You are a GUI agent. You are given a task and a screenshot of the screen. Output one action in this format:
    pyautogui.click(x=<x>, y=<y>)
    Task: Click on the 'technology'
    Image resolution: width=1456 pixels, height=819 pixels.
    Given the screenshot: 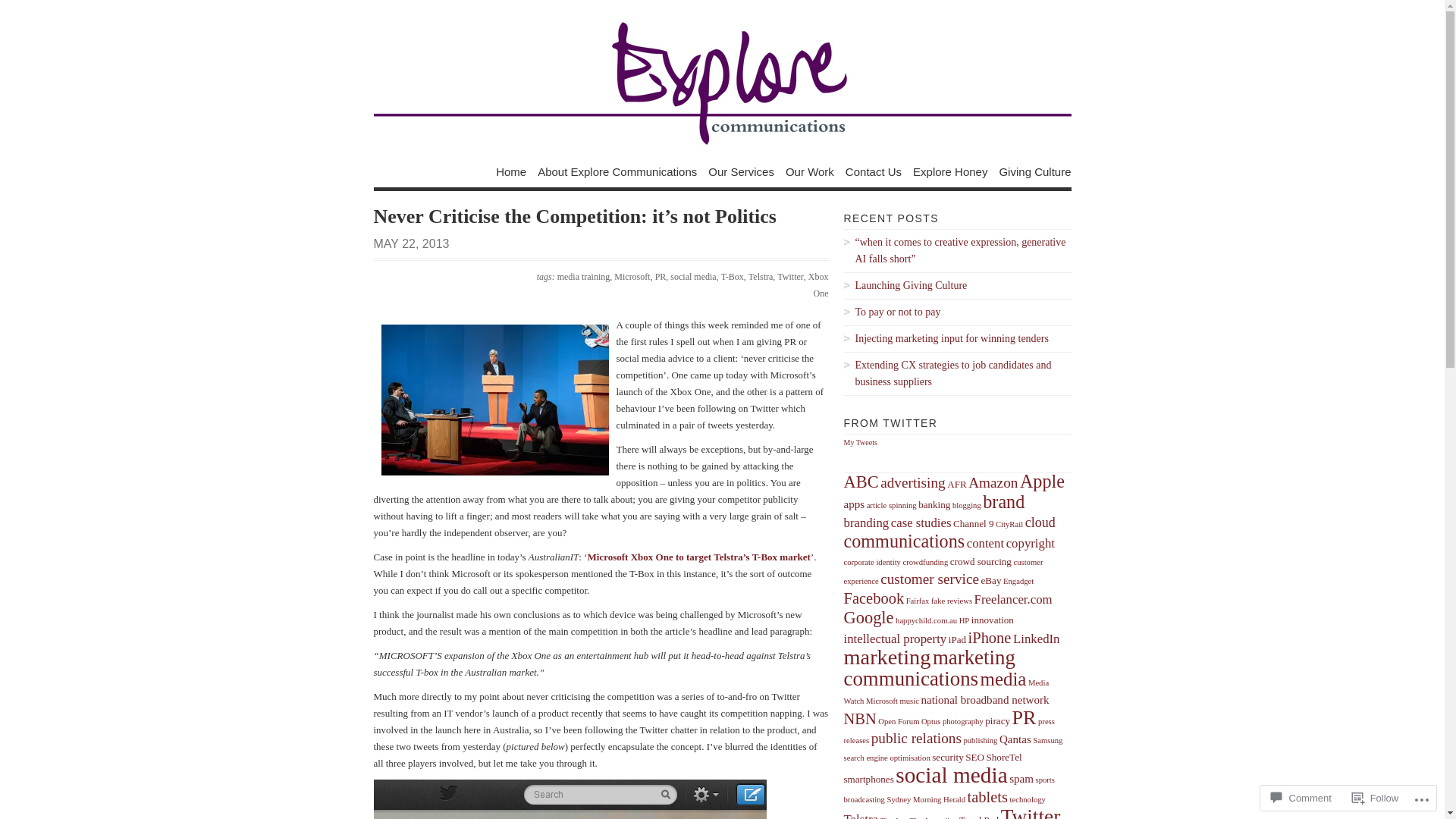 What is the action you would take?
    pyautogui.click(x=1028, y=799)
    